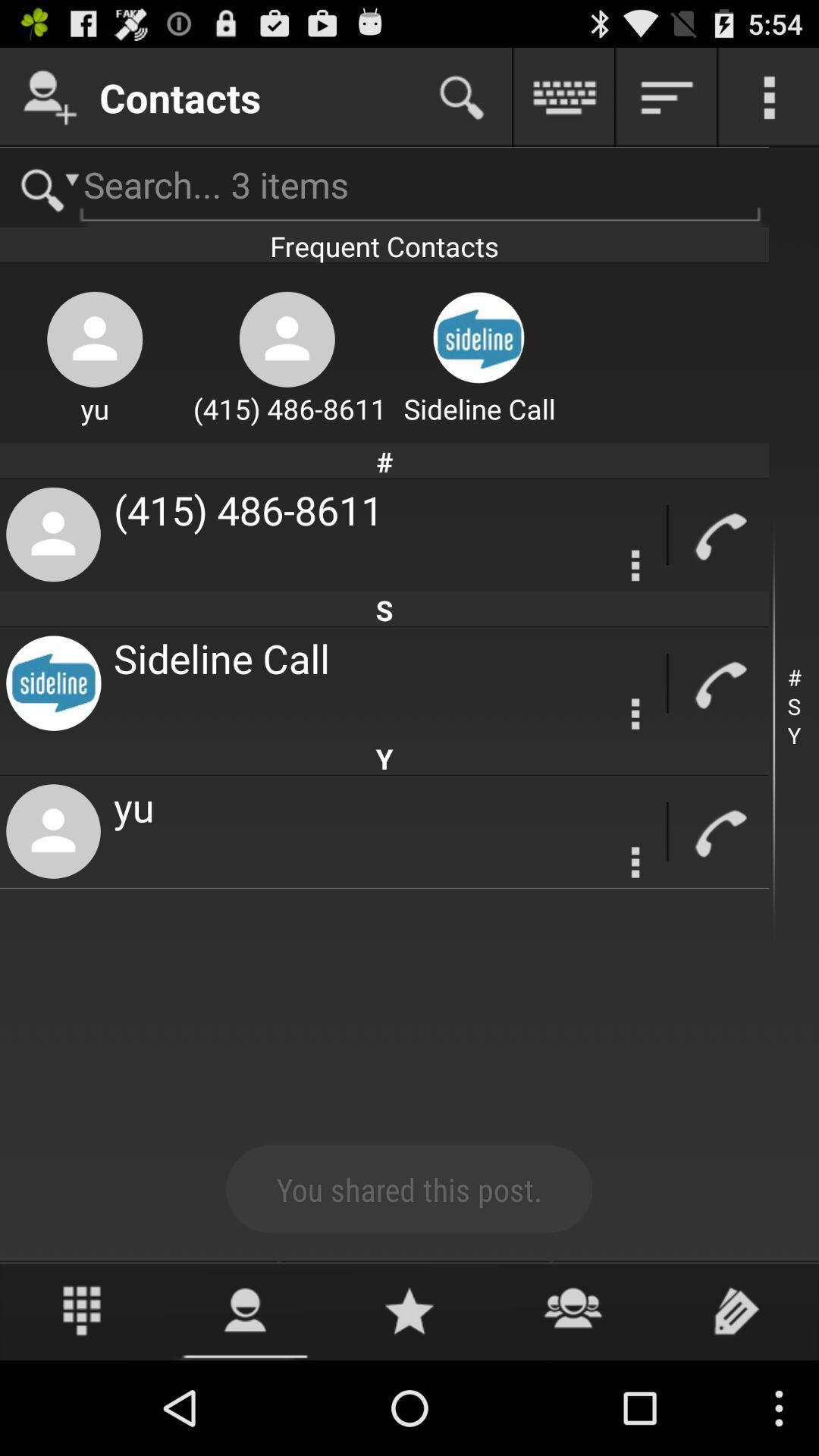  Describe the element at coordinates (245, 1401) in the screenshot. I see `the avatar icon` at that location.